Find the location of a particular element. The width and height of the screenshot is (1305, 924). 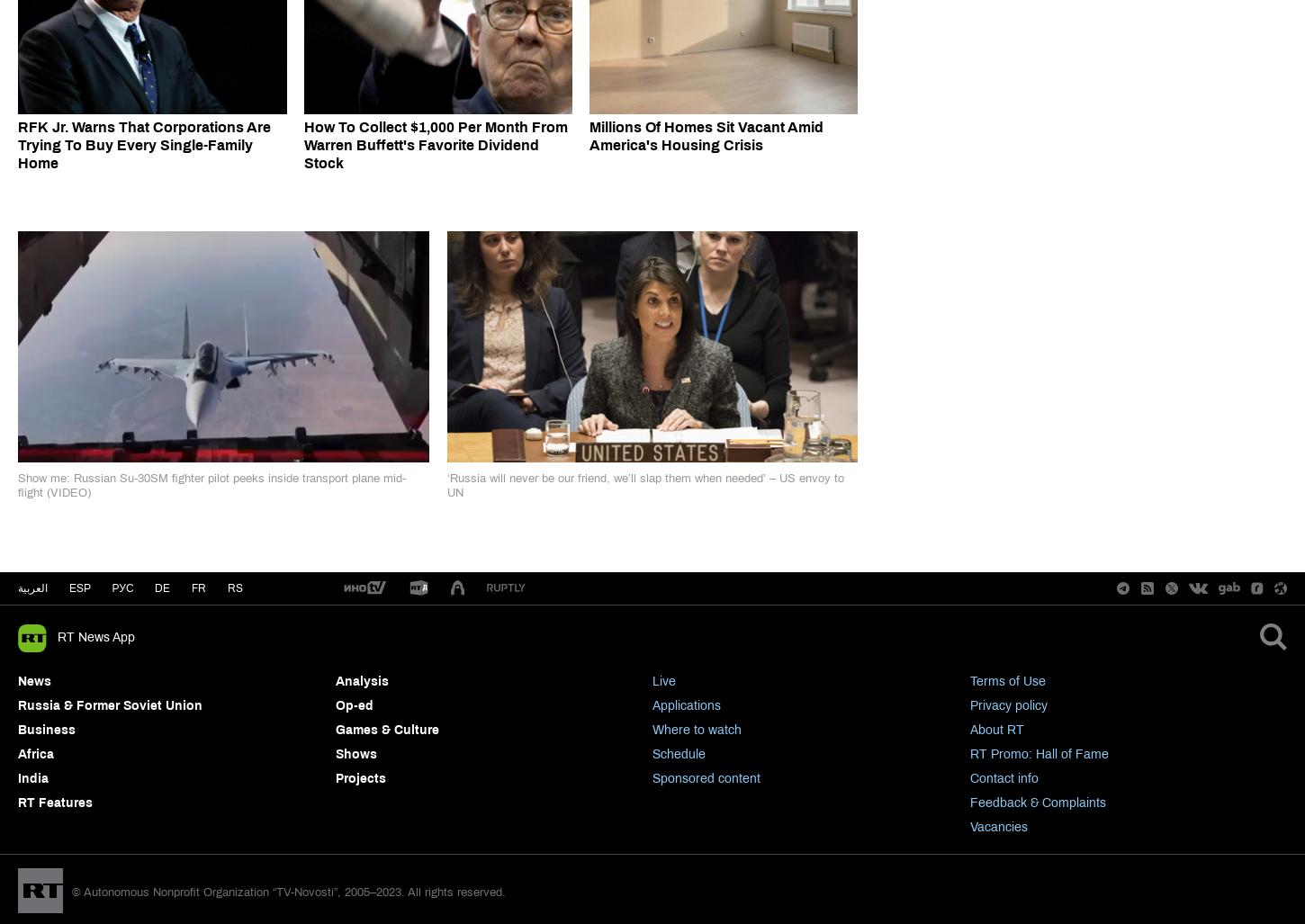

'Schedule' is located at coordinates (679, 754).